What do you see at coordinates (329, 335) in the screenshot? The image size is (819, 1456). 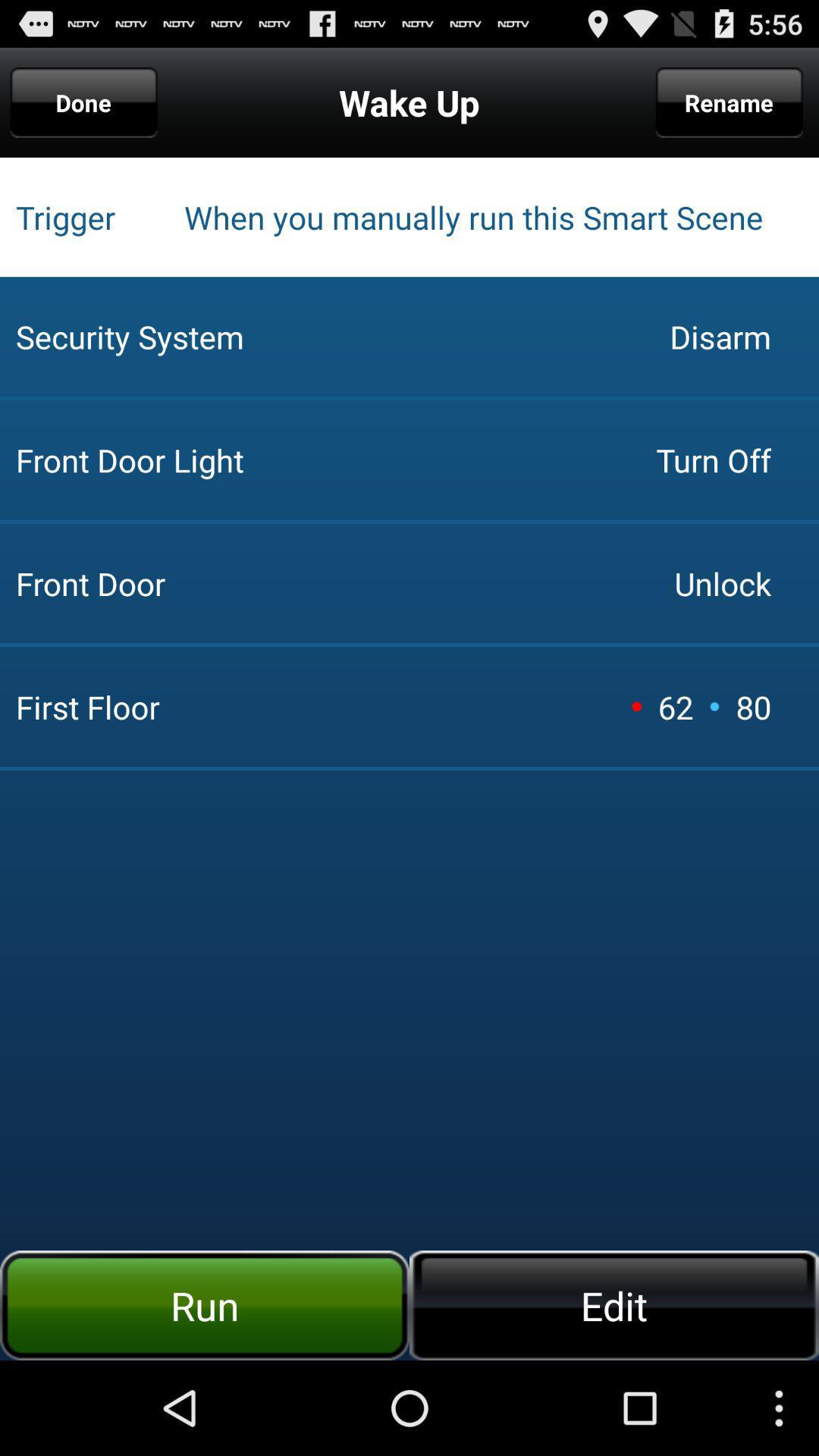 I see `icon to the left of turn off icon` at bounding box center [329, 335].